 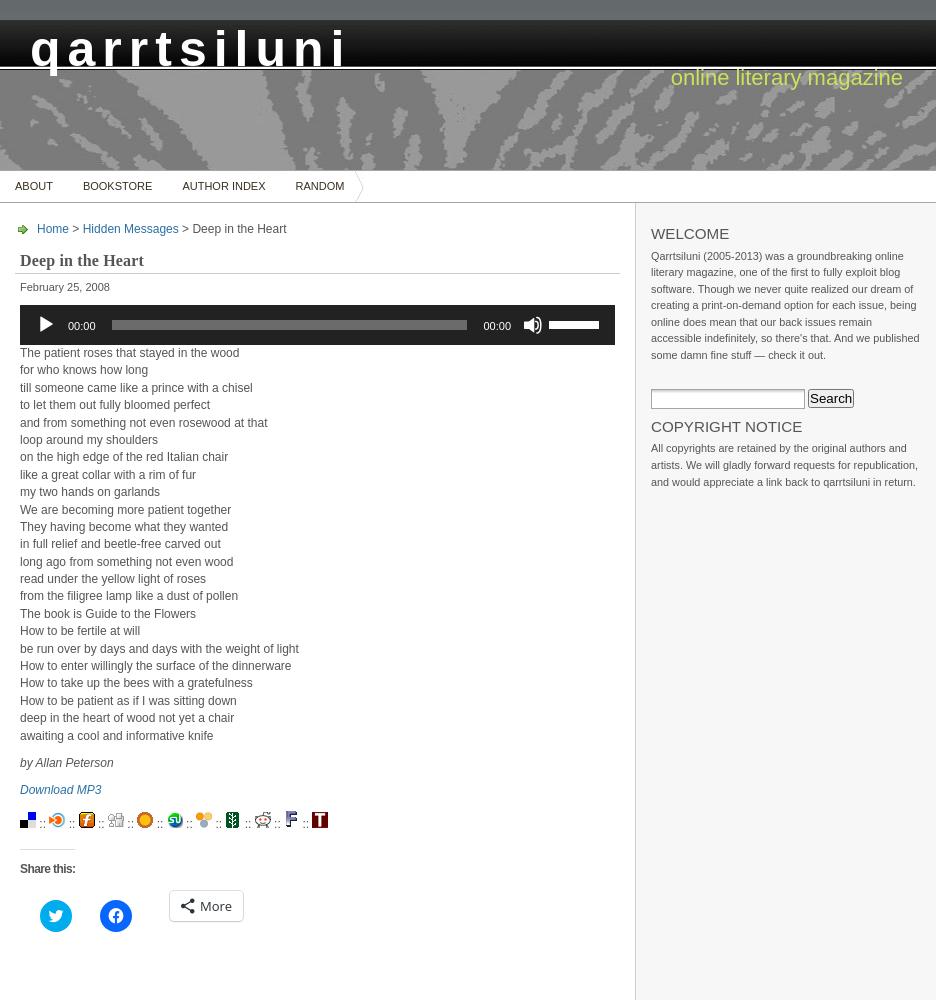 I want to click on 'long ago from something not even wood', so click(x=126, y=561).